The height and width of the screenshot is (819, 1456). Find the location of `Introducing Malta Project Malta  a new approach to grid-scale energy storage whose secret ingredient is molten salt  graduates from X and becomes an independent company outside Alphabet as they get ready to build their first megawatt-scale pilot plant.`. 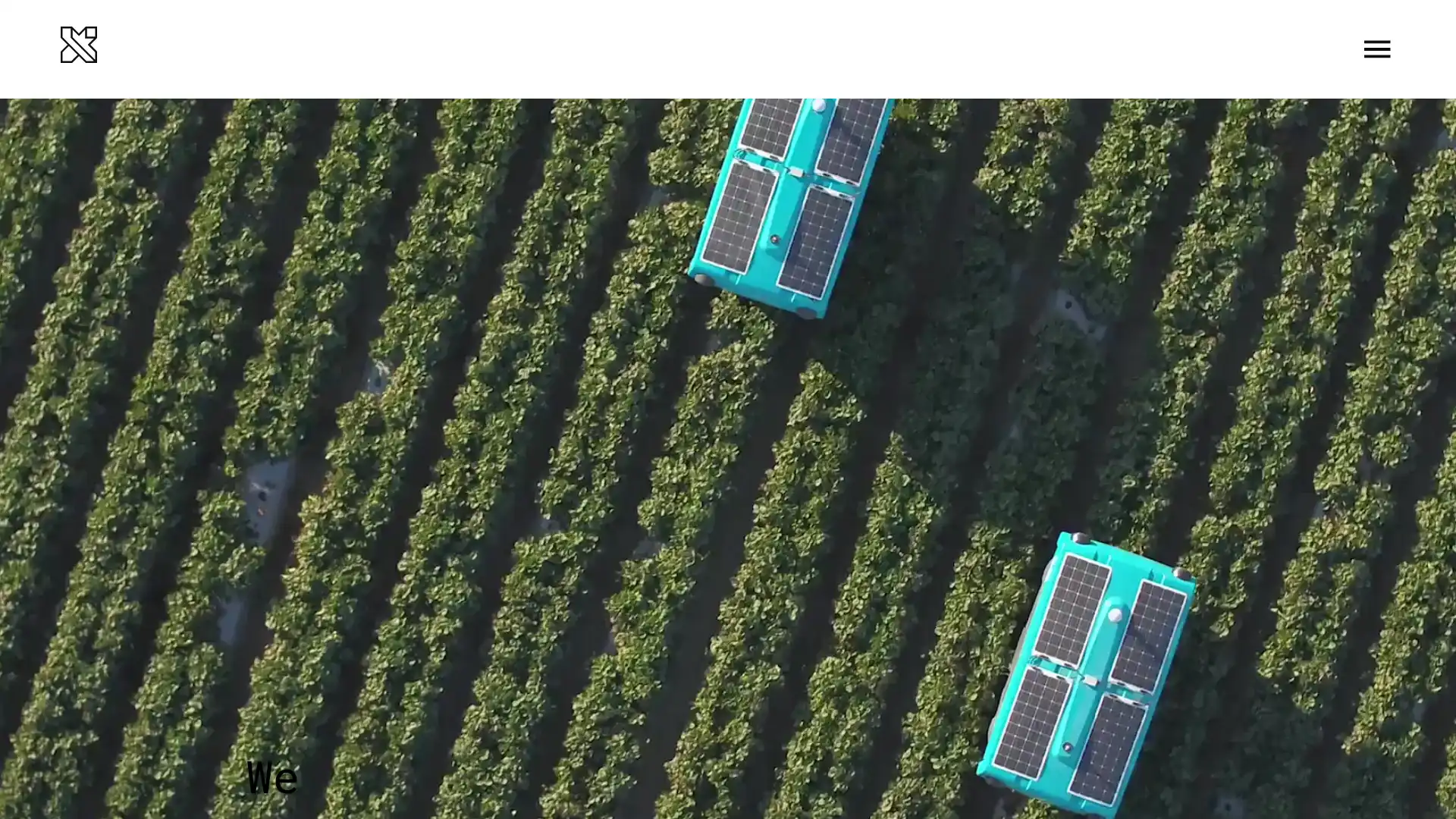

Introducing Malta Project Malta  a new approach to grid-scale energy storage whose secret ingredient is molten salt  graduates from X and becomes an independent company outside Alphabet as they get ready to build their first megawatt-scale pilot plant. is located at coordinates (768, 388).